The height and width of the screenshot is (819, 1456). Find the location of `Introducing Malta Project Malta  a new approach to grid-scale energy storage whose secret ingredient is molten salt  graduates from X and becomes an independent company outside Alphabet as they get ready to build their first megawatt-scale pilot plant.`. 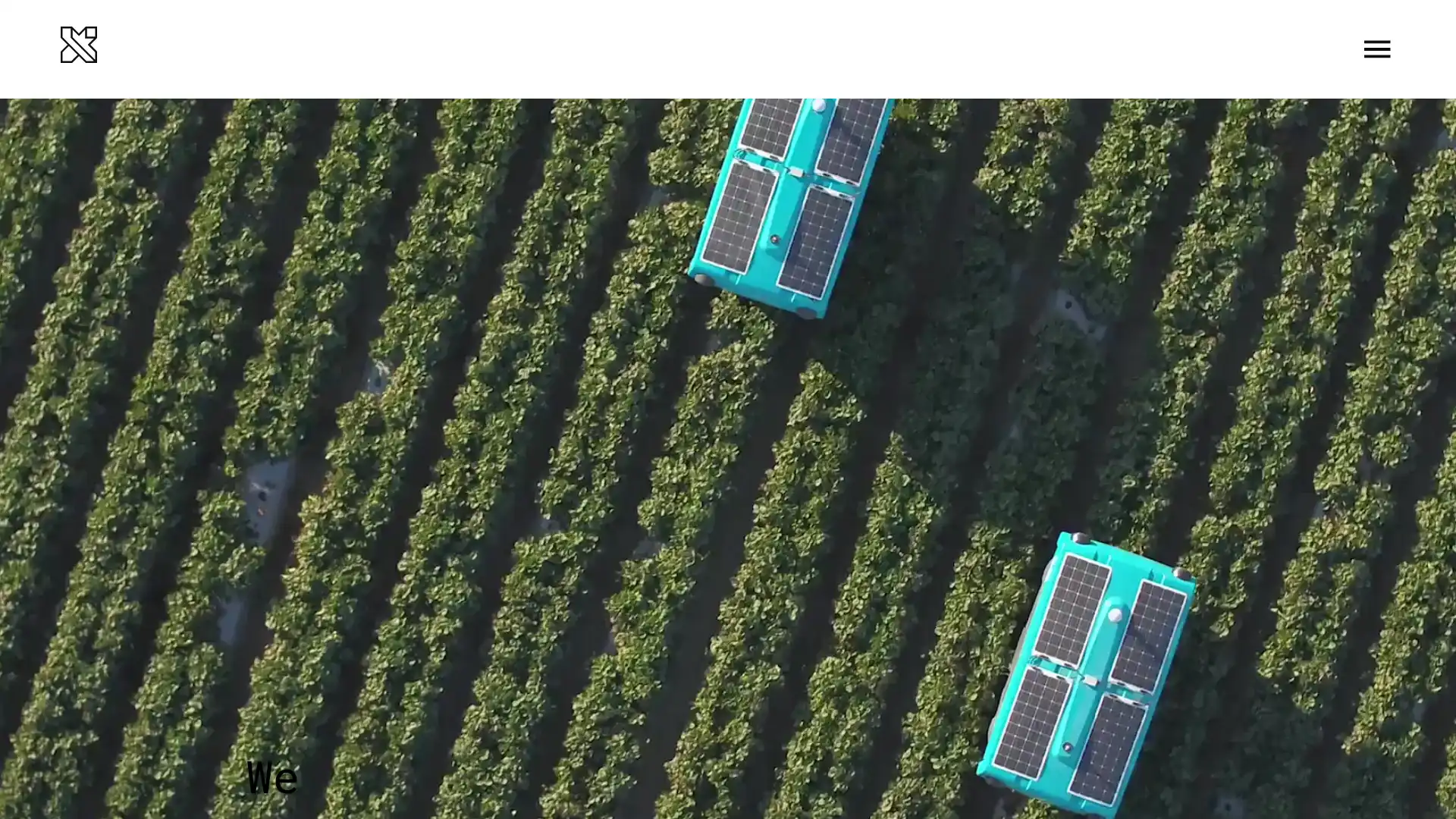

Introducing Malta Project Malta  a new approach to grid-scale energy storage whose secret ingredient is molten salt  graduates from X and becomes an independent company outside Alphabet as they get ready to build their first megawatt-scale pilot plant. is located at coordinates (768, 388).